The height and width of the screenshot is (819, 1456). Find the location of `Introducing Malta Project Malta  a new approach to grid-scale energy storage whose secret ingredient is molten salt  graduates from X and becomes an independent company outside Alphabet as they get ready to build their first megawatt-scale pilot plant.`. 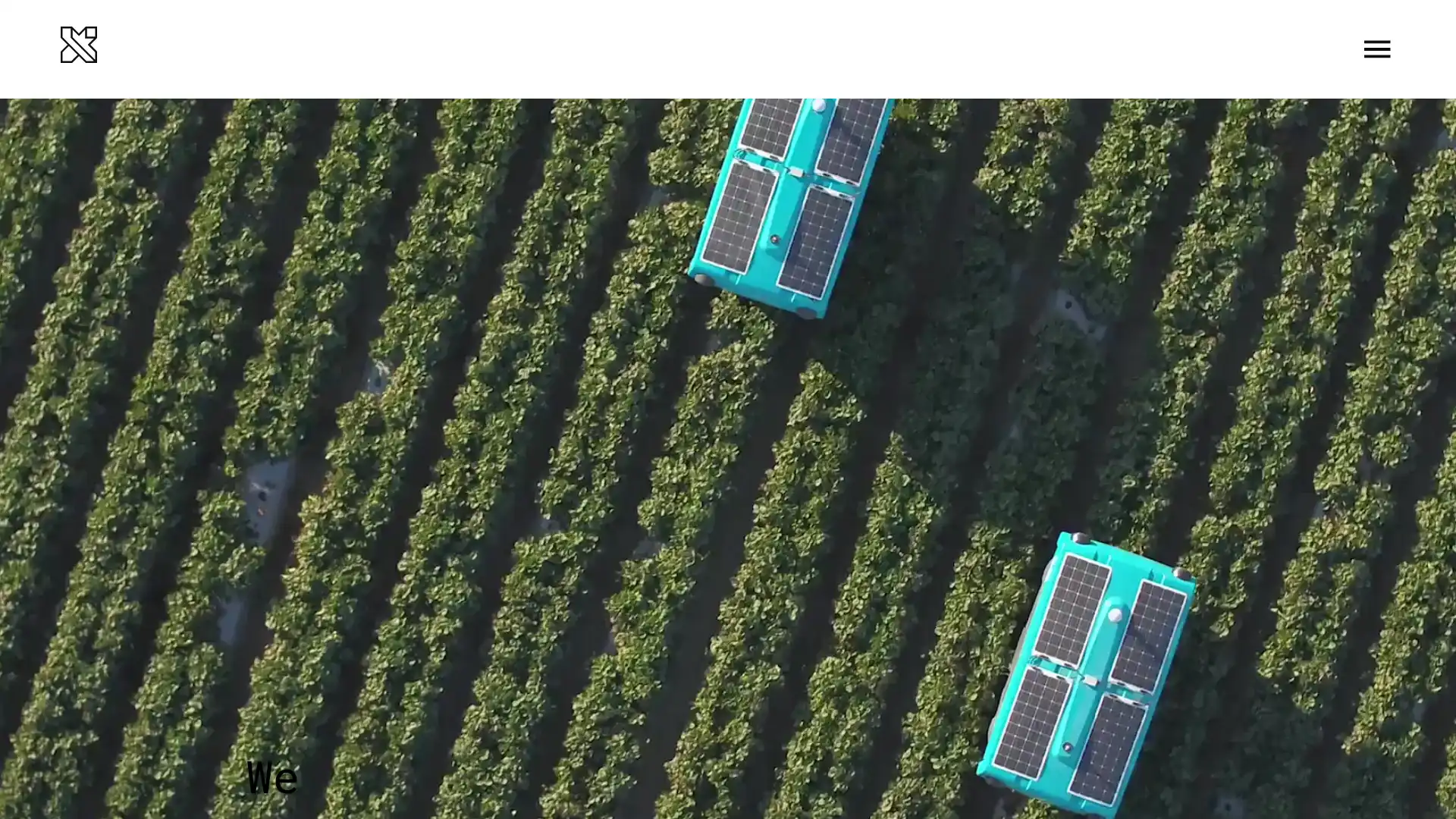

Introducing Malta Project Malta  a new approach to grid-scale energy storage whose secret ingredient is molten salt  graduates from X and becomes an independent company outside Alphabet as they get ready to build their first megawatt-scale pilot plant. is located at coordinates (768, 388).